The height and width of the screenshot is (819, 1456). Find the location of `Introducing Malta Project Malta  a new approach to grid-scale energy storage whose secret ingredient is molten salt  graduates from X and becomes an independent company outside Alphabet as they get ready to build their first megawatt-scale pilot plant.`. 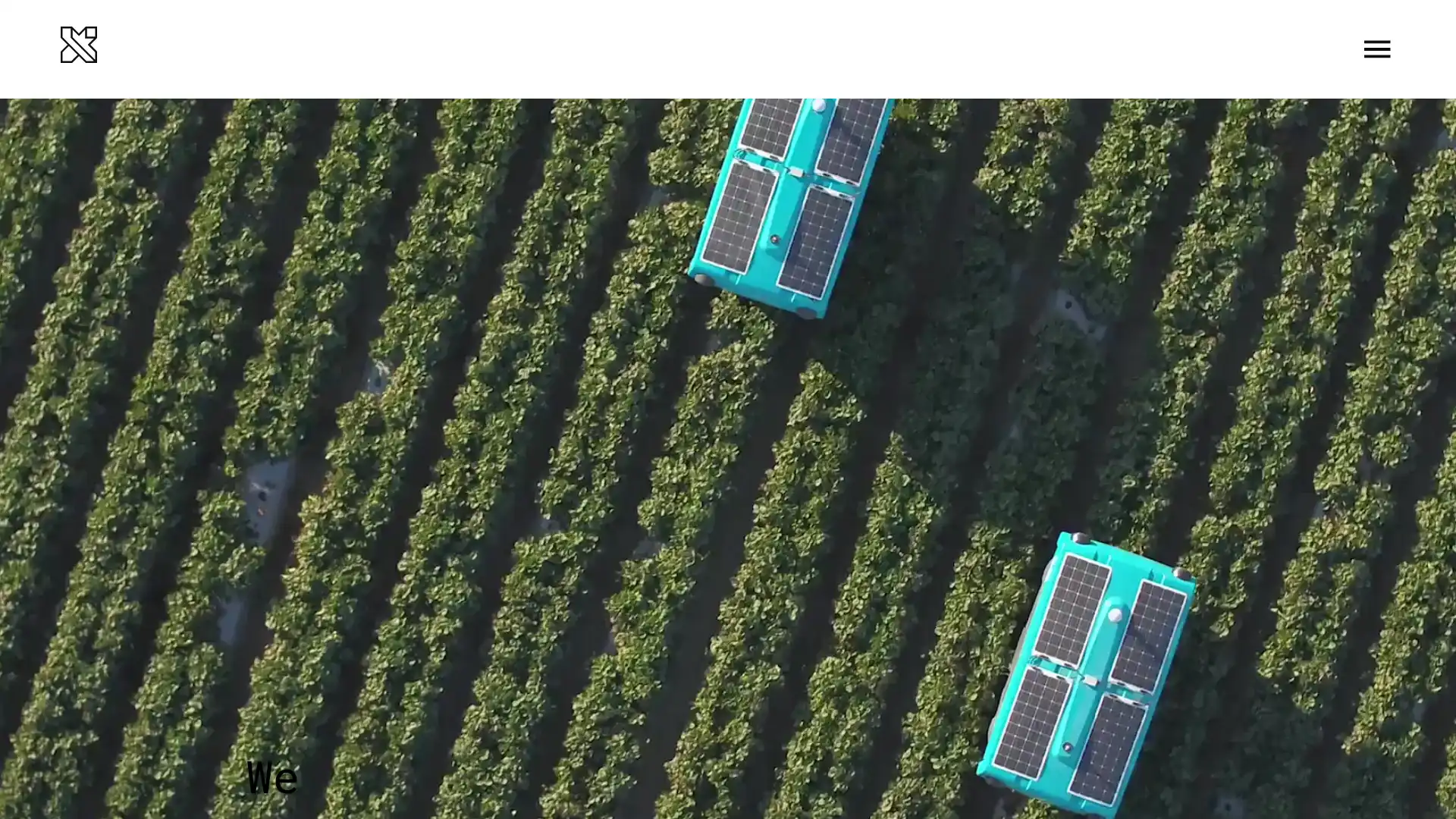

Introducing Malta Project Malta  a new approach to grid-scale energy storage whose secret ingredient is molten salt  graduates from X and becomes an independent company outside Alphabet as they get ready to build their first megawatt-scale pilot plant. is located at coordinates (768, 388).